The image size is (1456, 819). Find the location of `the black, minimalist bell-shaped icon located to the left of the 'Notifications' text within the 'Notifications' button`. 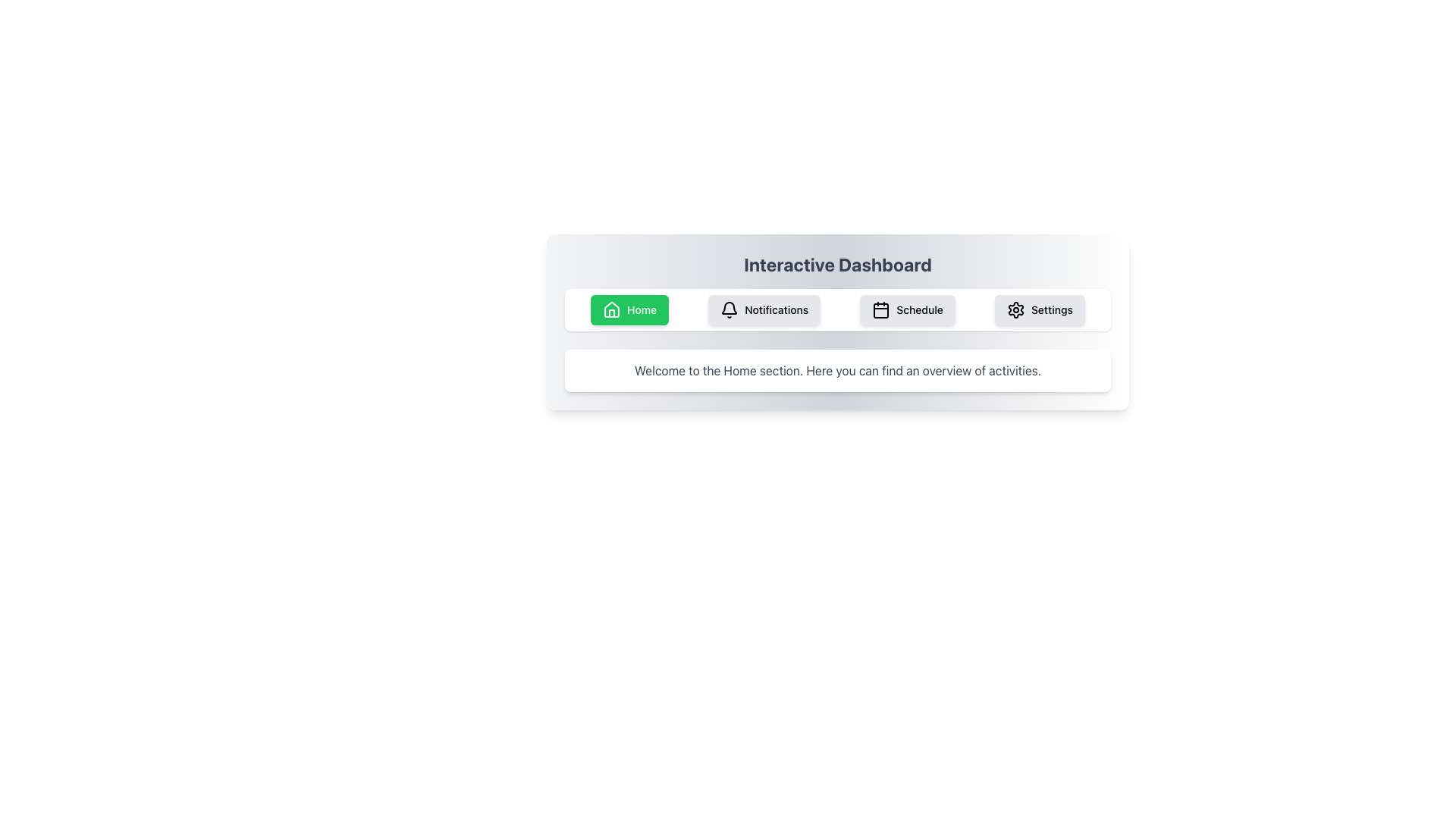

the black, minimalist bell-shaped icon located to the left of the 'Notifications' text within the 'Notifications' button is located at coordinates (730, 309).